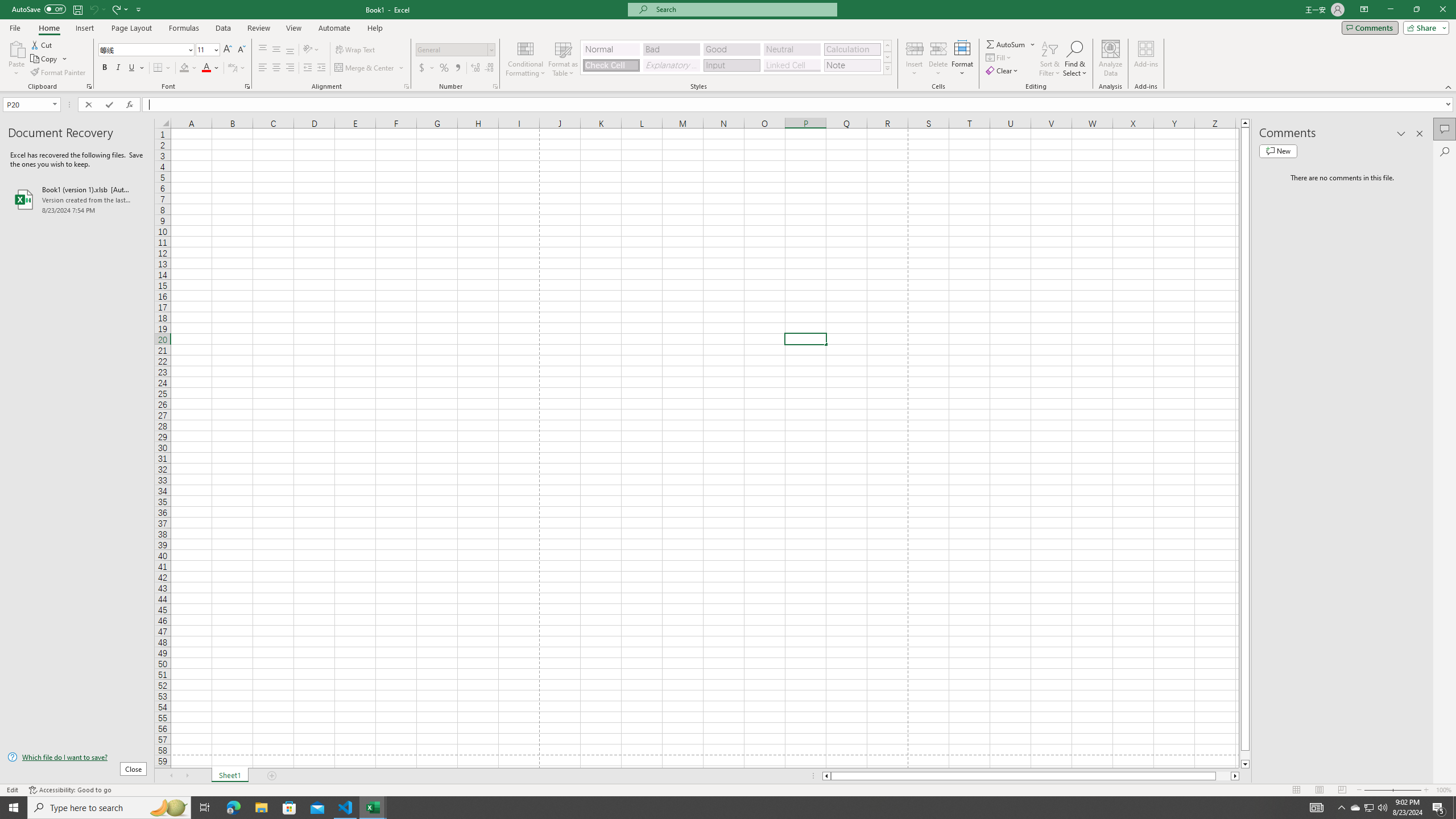 The width and height of the screenshot is (1456, 819). Describe the element at coordinates (1049, 59) in the screenshot. I see `'Sort & Filter'` at that location.